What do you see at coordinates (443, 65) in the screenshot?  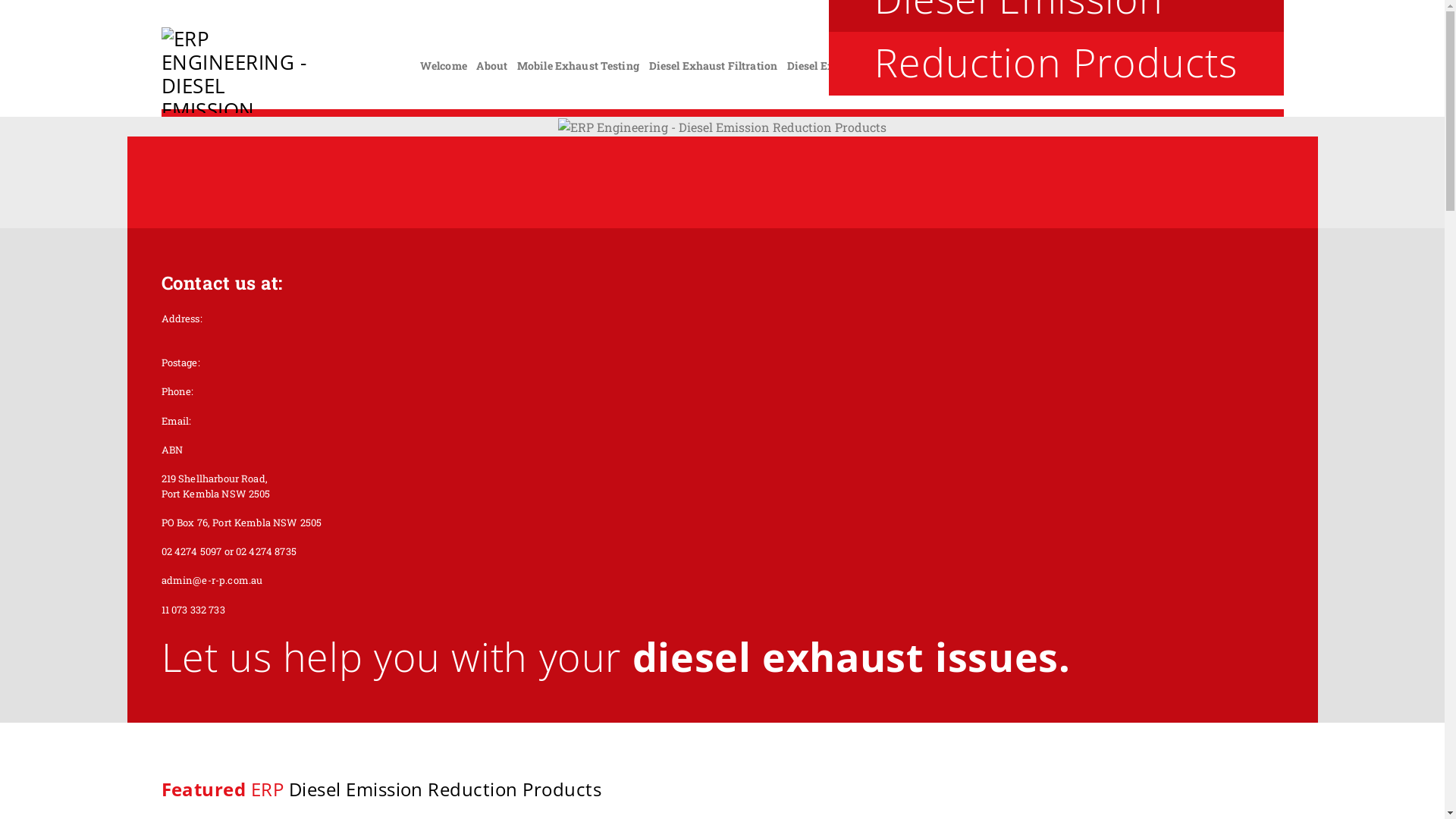 I see `'Welcome'` at bounding box center [443, 65].